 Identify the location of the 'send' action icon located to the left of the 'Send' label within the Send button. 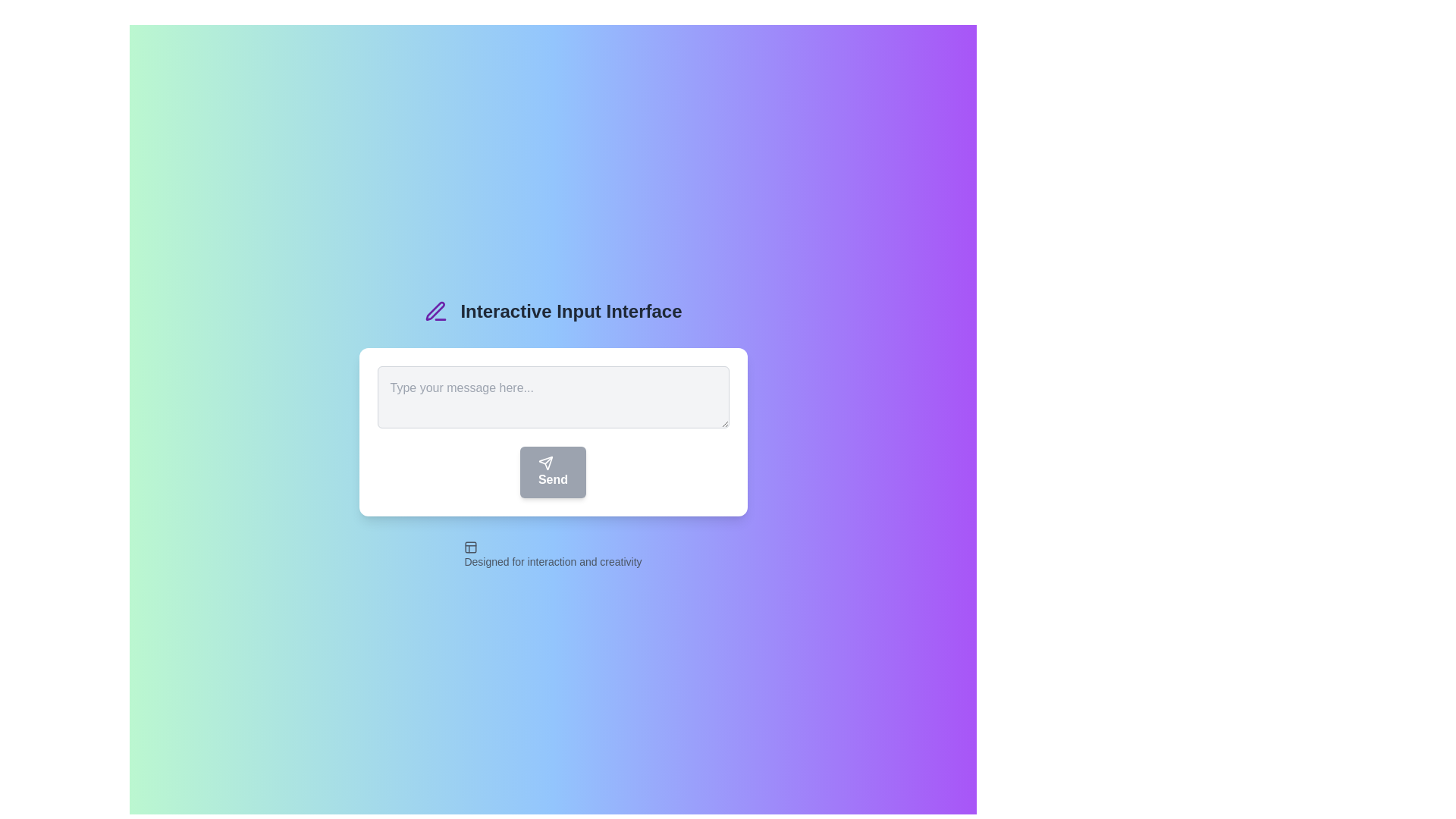
(546, 462).